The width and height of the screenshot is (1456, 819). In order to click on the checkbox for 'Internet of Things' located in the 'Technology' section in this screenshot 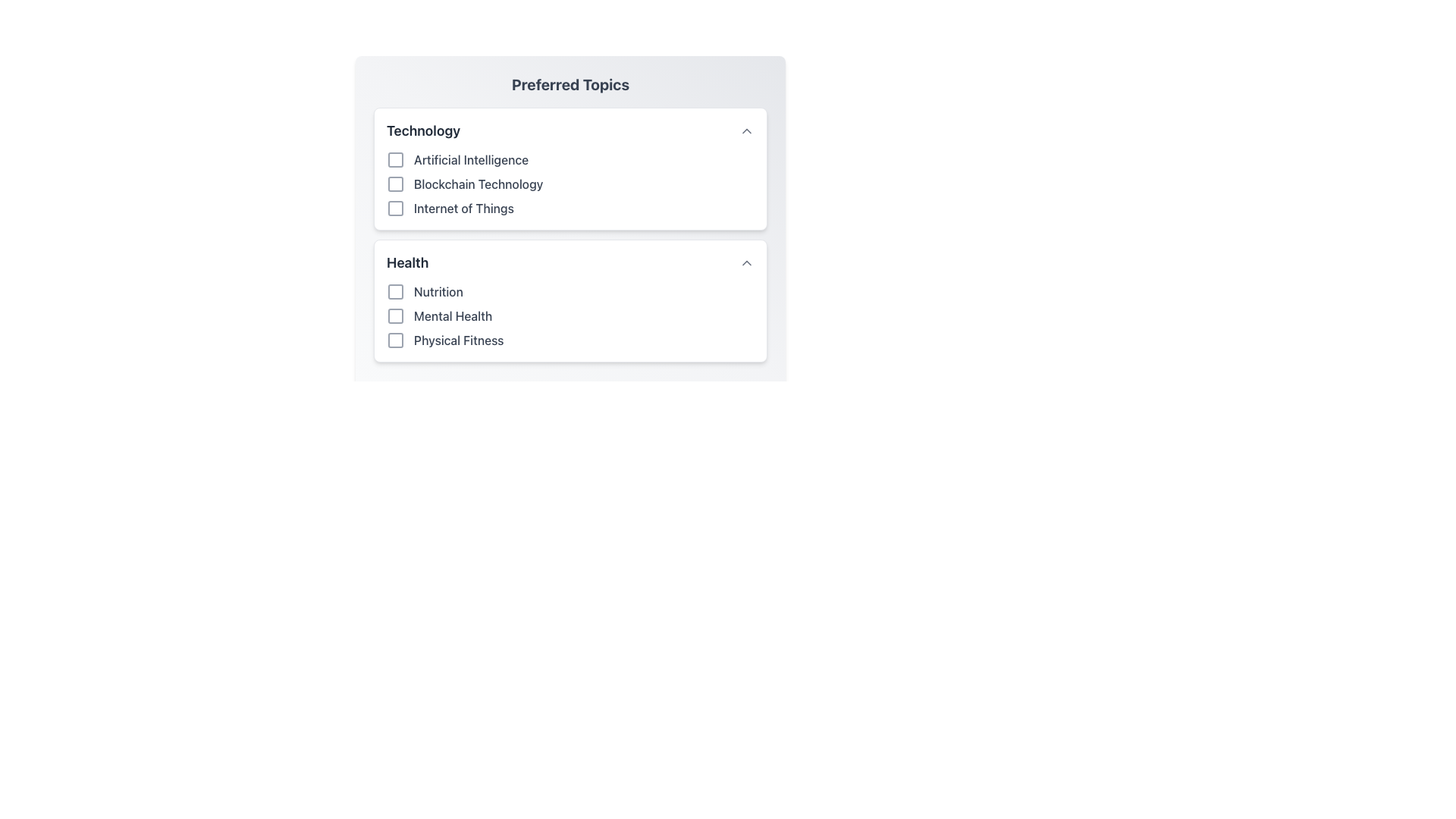, I will do `click(396, 208)`.